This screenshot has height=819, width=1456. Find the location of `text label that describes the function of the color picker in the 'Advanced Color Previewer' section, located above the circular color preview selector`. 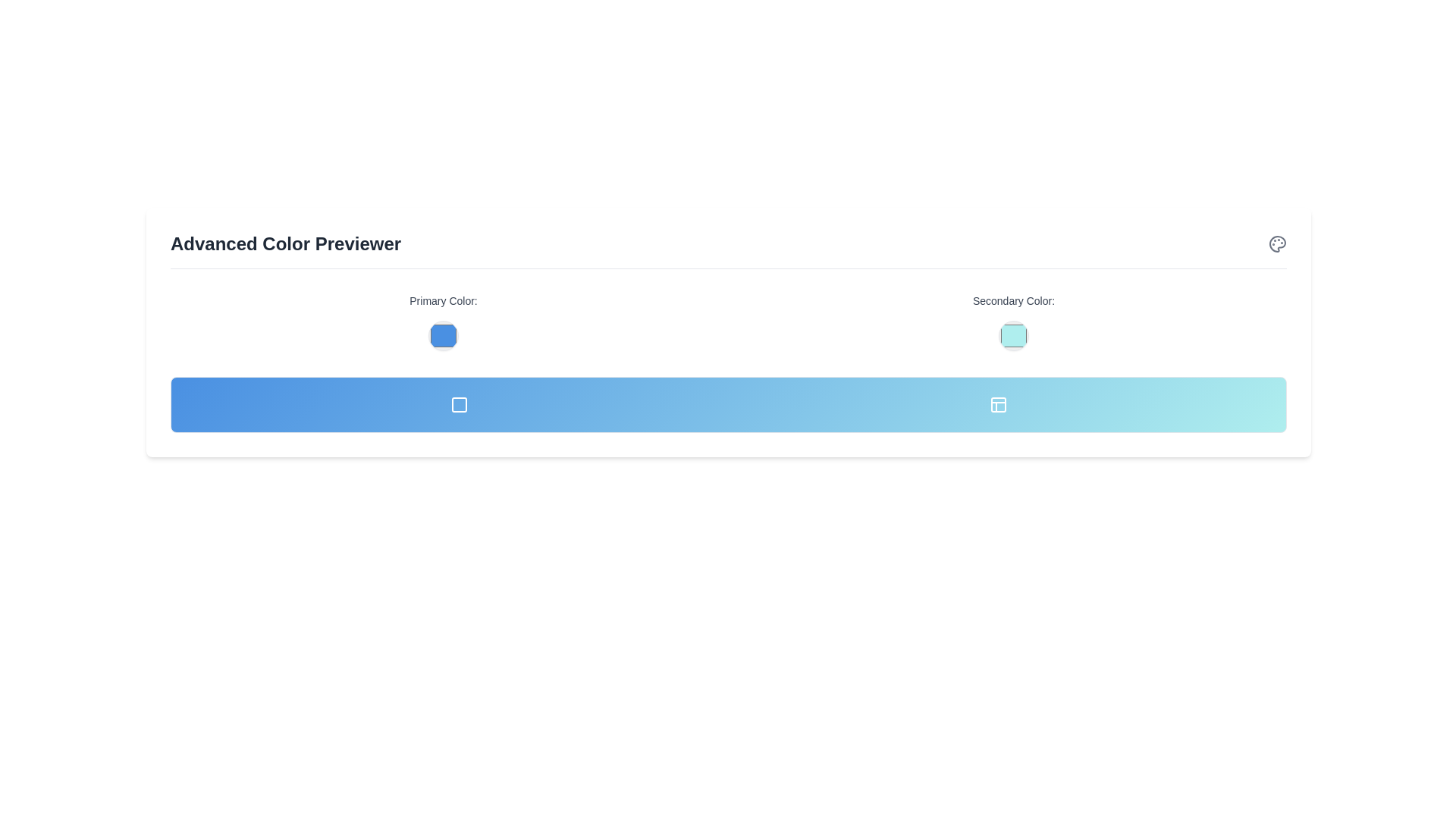

text label that describes the function of the color picker in the 'Advanced Color Previewer' section, located above the circular color preview selector is located at coordinates (443, 301).